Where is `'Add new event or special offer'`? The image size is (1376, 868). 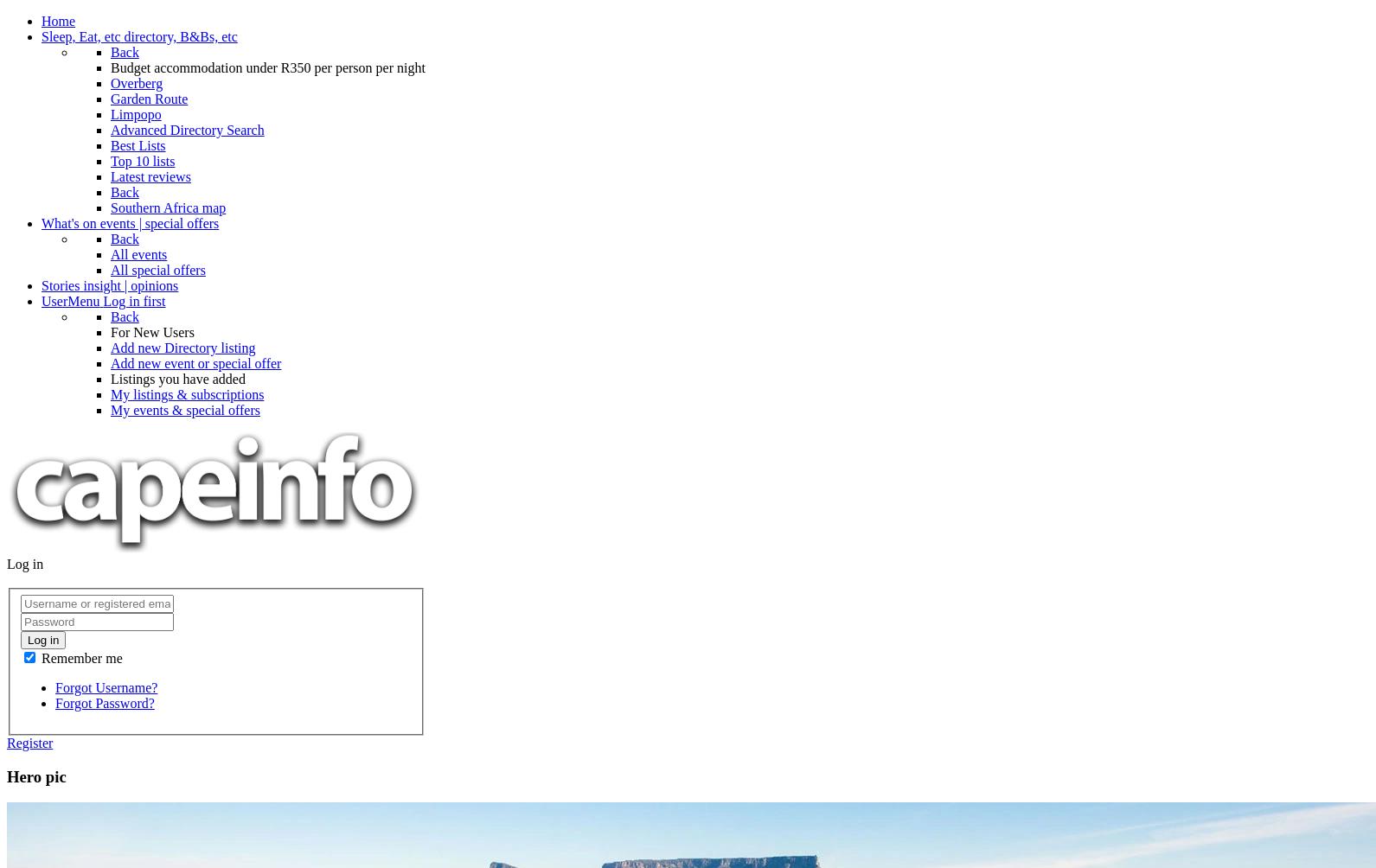 'Add new event or special offer' is located at coordinates (111, 362).